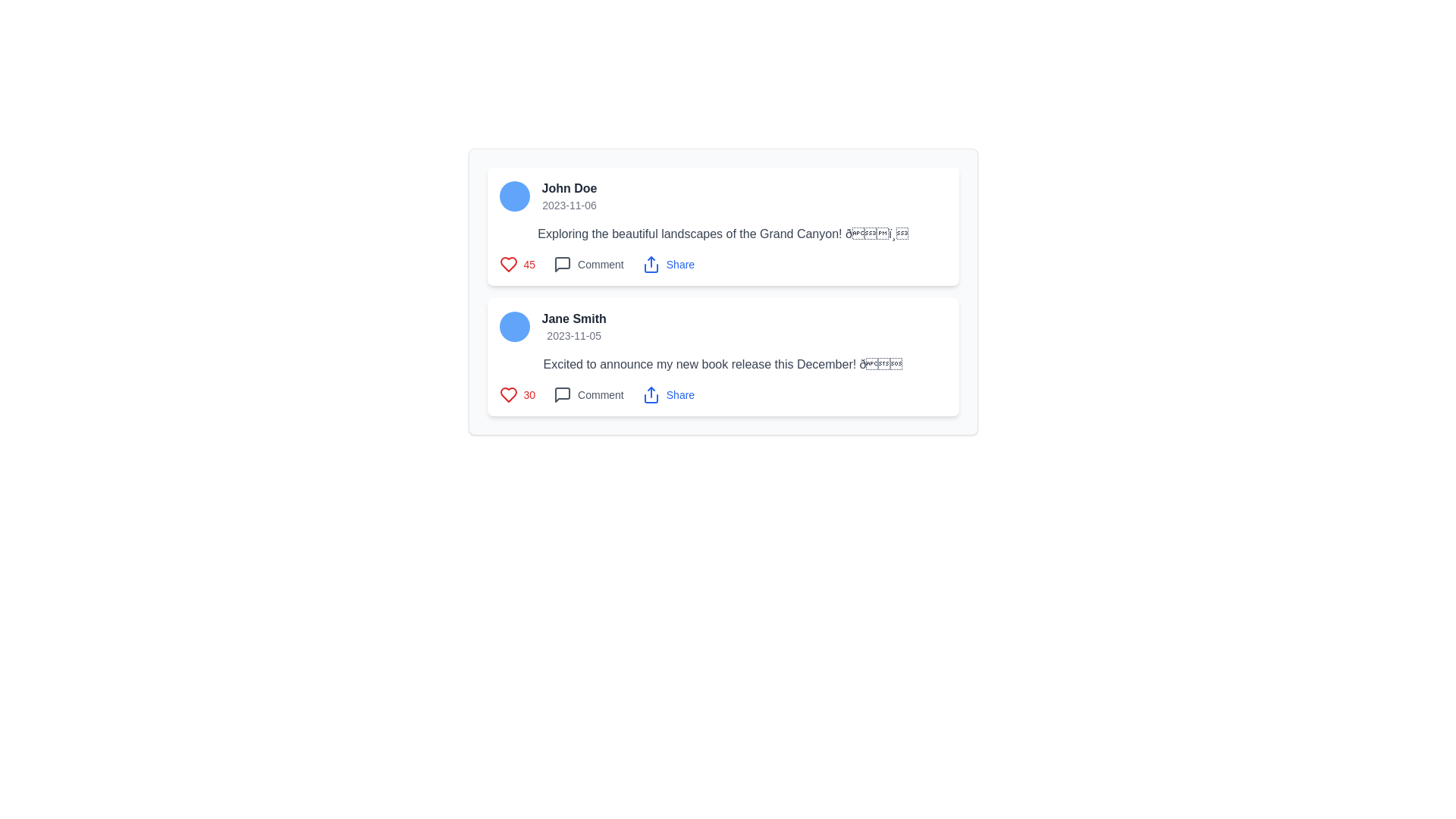 Image resolution: width=1456 pixels, height=819 pixels. I want to click on the heart-shaped icon located at the beginning of the interactive features row in Jane Smith's post to express a positive reaction, so click(508, 394).